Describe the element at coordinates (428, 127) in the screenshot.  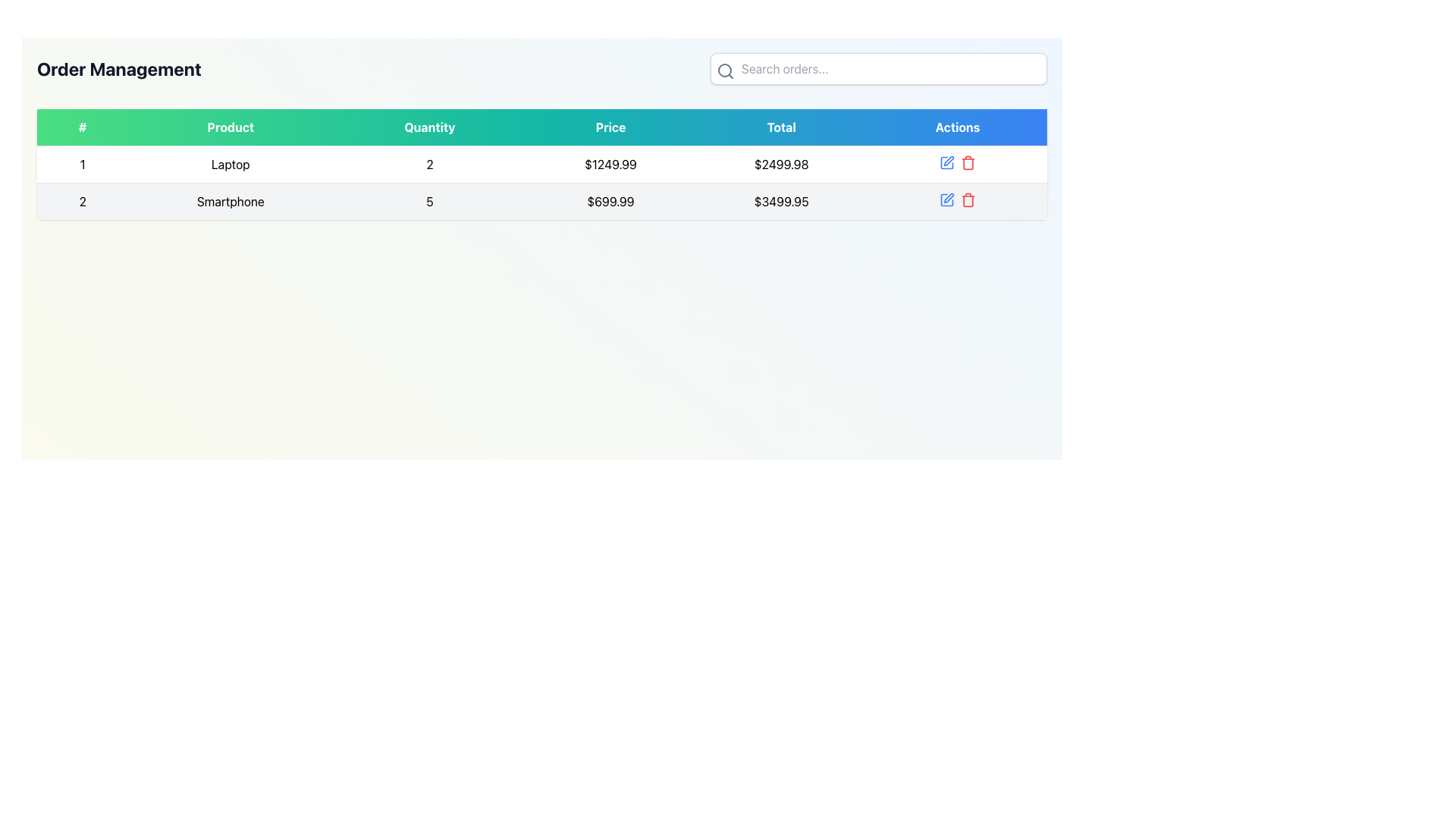
I see `the third header of the table which indicates the quantity column, located between the 'Product' and 'Price' headers` at that location.